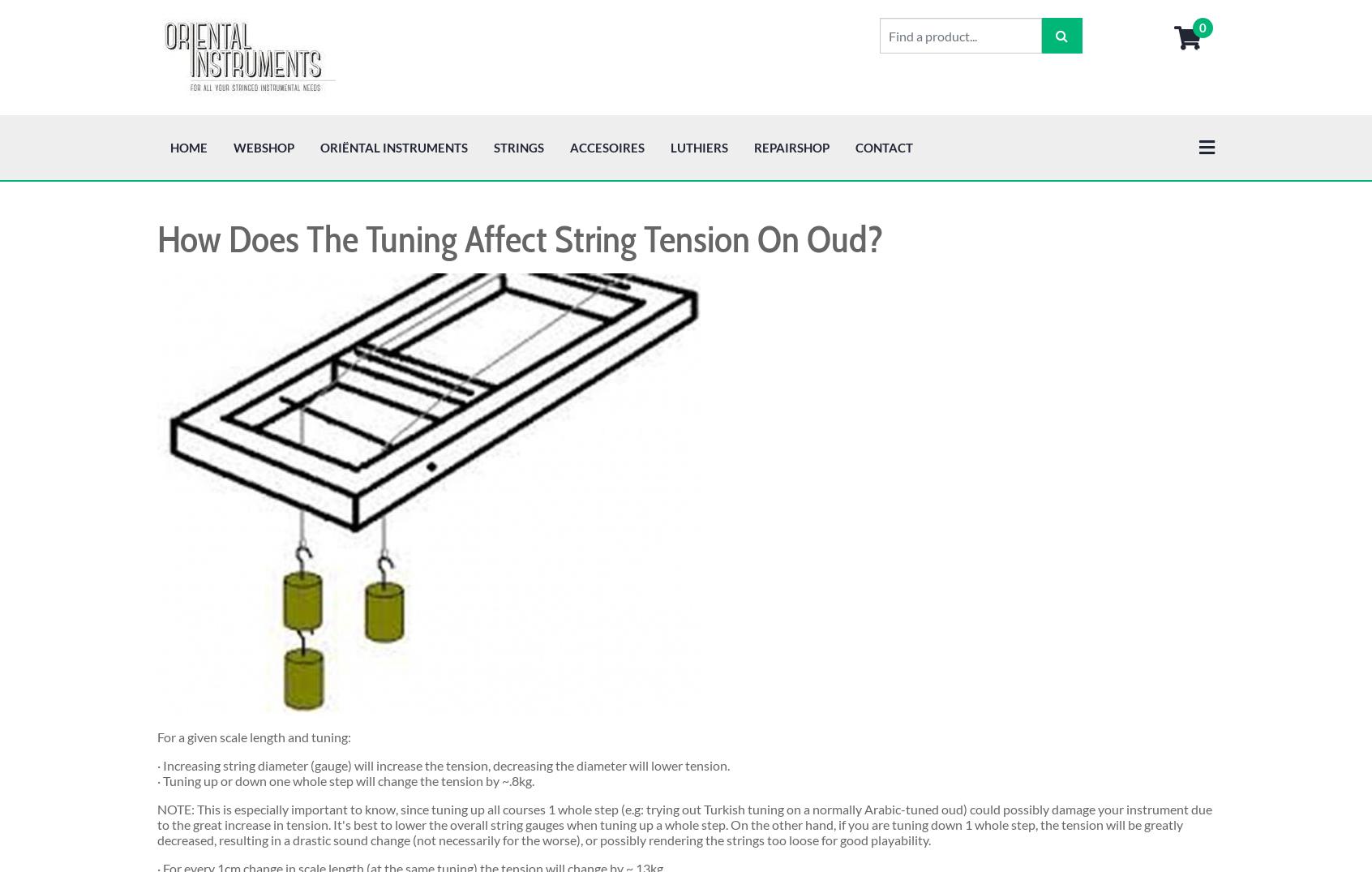 This screenshot has height=872, width=1372. Describe the element at coordinates (345, 664) in the screenshot. I see `'· Tuning up or down one whole step will change the tension by ~.8kg.'` at that location.